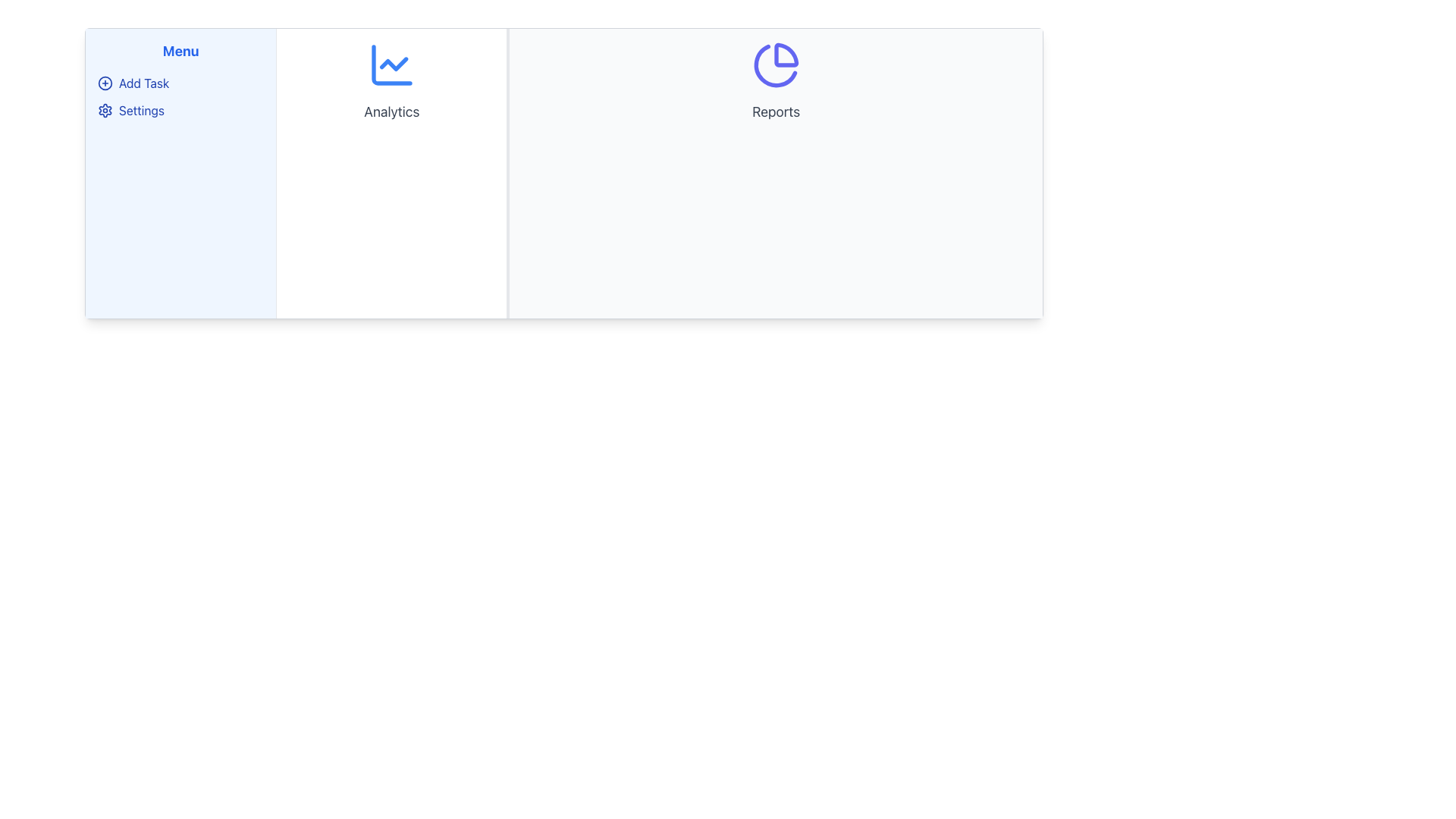 The image size is (1456, 819). Describe the element at coordinates (105, 83) in the screenshot. I see `the SVG Circle icon located near the top left of the vertical menu, adjacent to the 'Add Task' label` at that location.